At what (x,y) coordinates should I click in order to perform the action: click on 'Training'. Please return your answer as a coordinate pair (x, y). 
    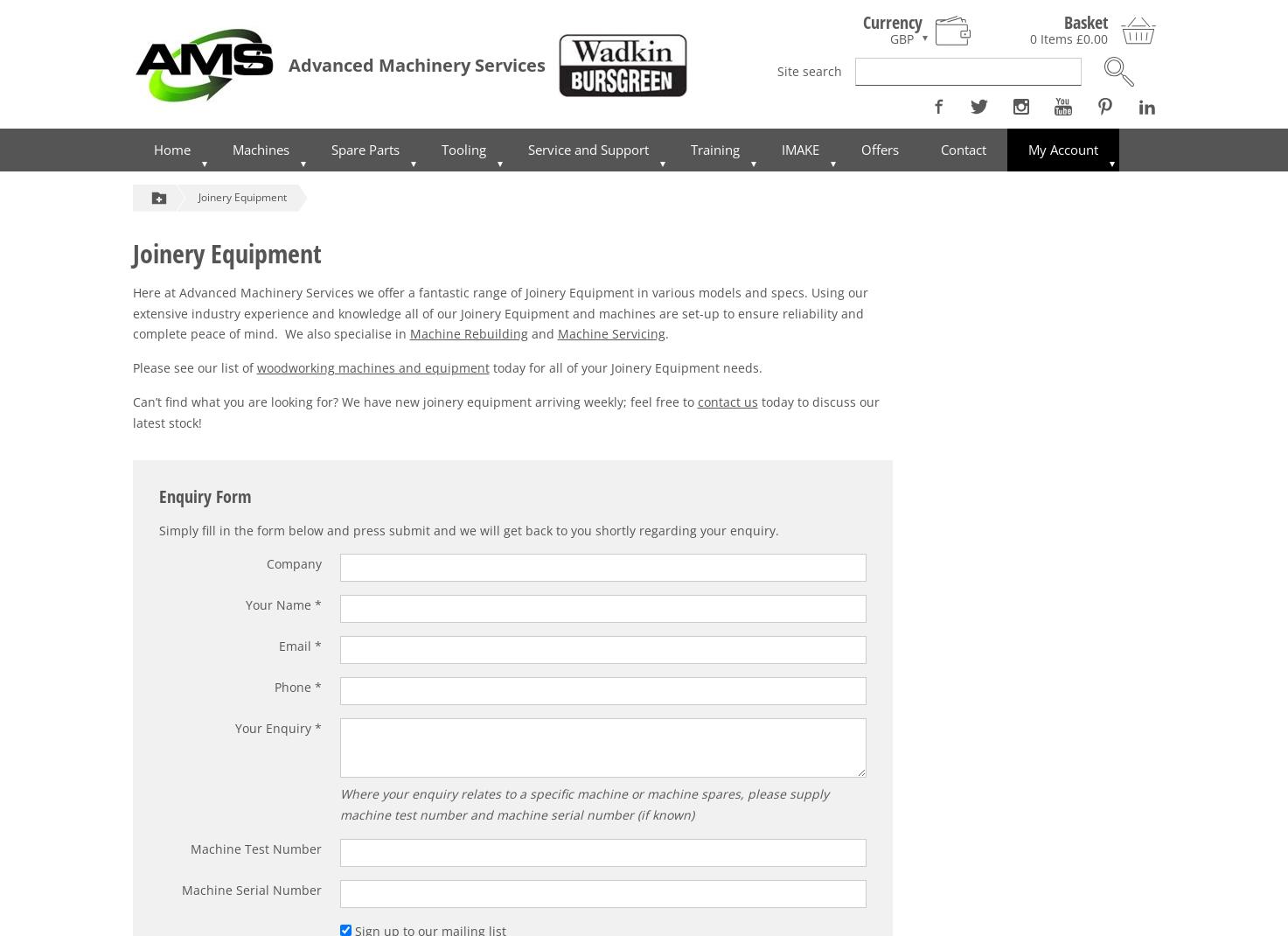
    Looking at the image, I should click on (714, 149).